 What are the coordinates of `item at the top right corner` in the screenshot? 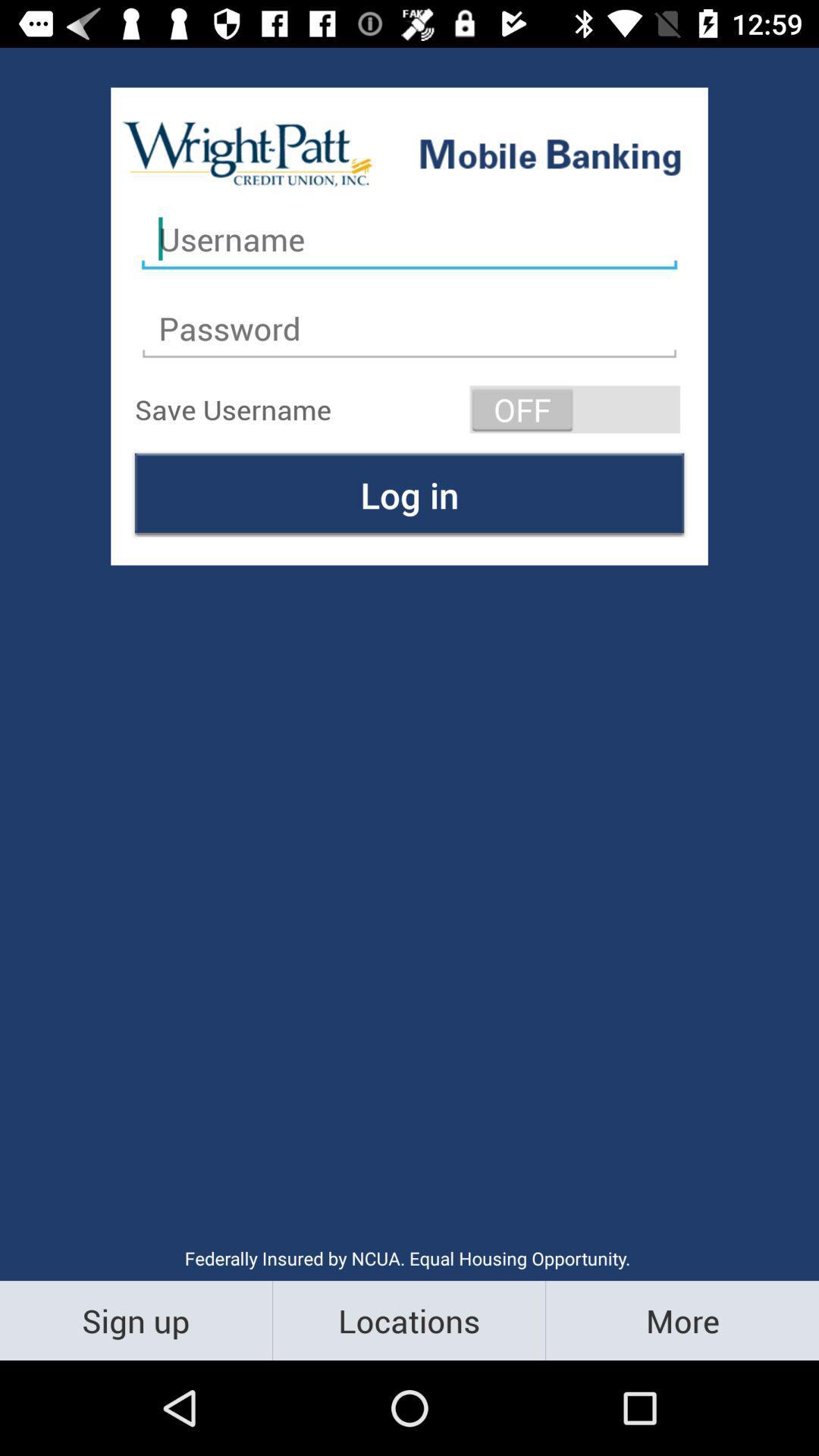 It's located at (575, 409).